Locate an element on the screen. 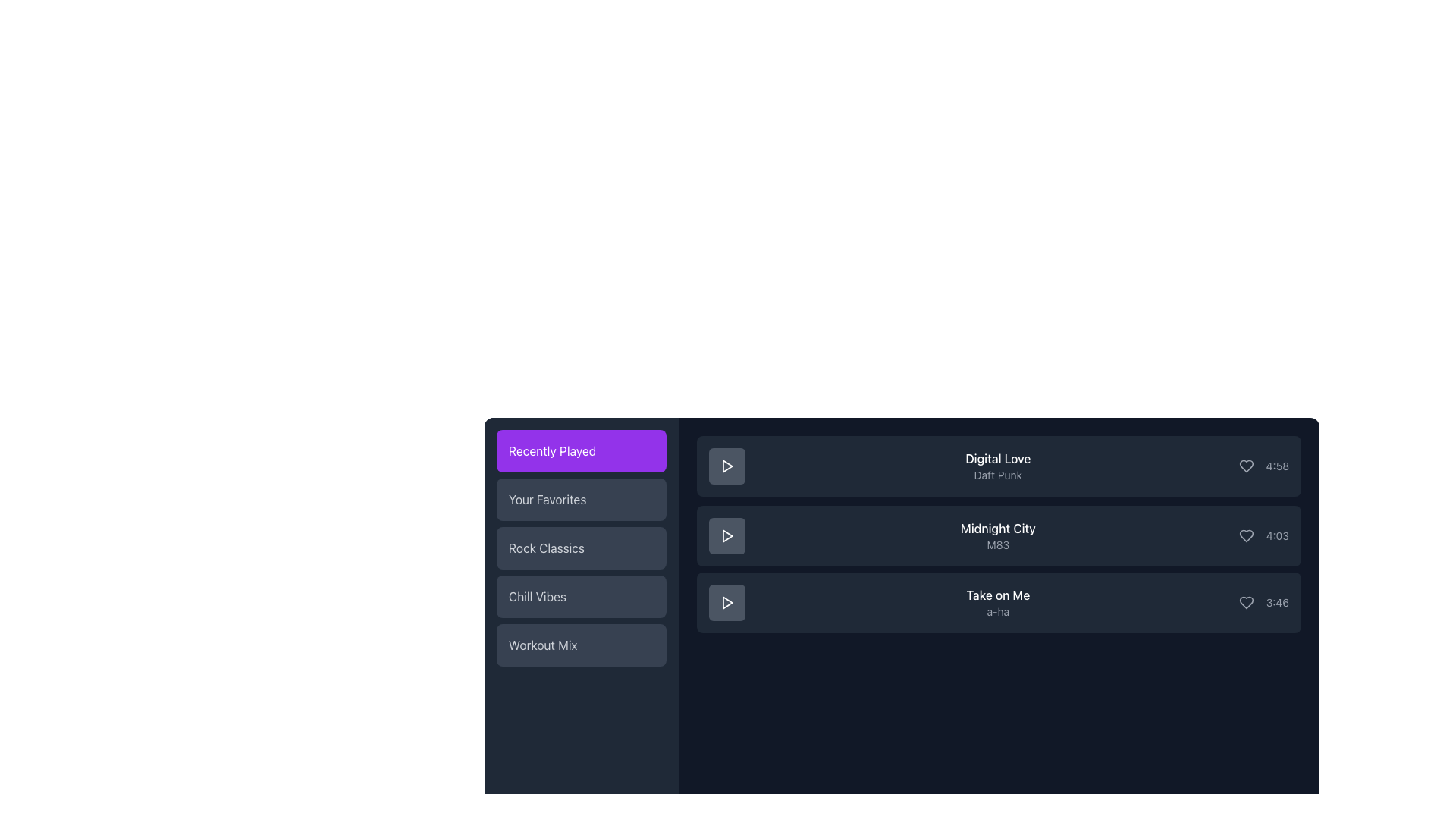  the small rectangular button with rounded corners featuring a dark gray background and a white triangular play icon, located to the left of the text 'Midnight City' and 'M83' in the second row of the song entries list is located at coordinates (726, 535).